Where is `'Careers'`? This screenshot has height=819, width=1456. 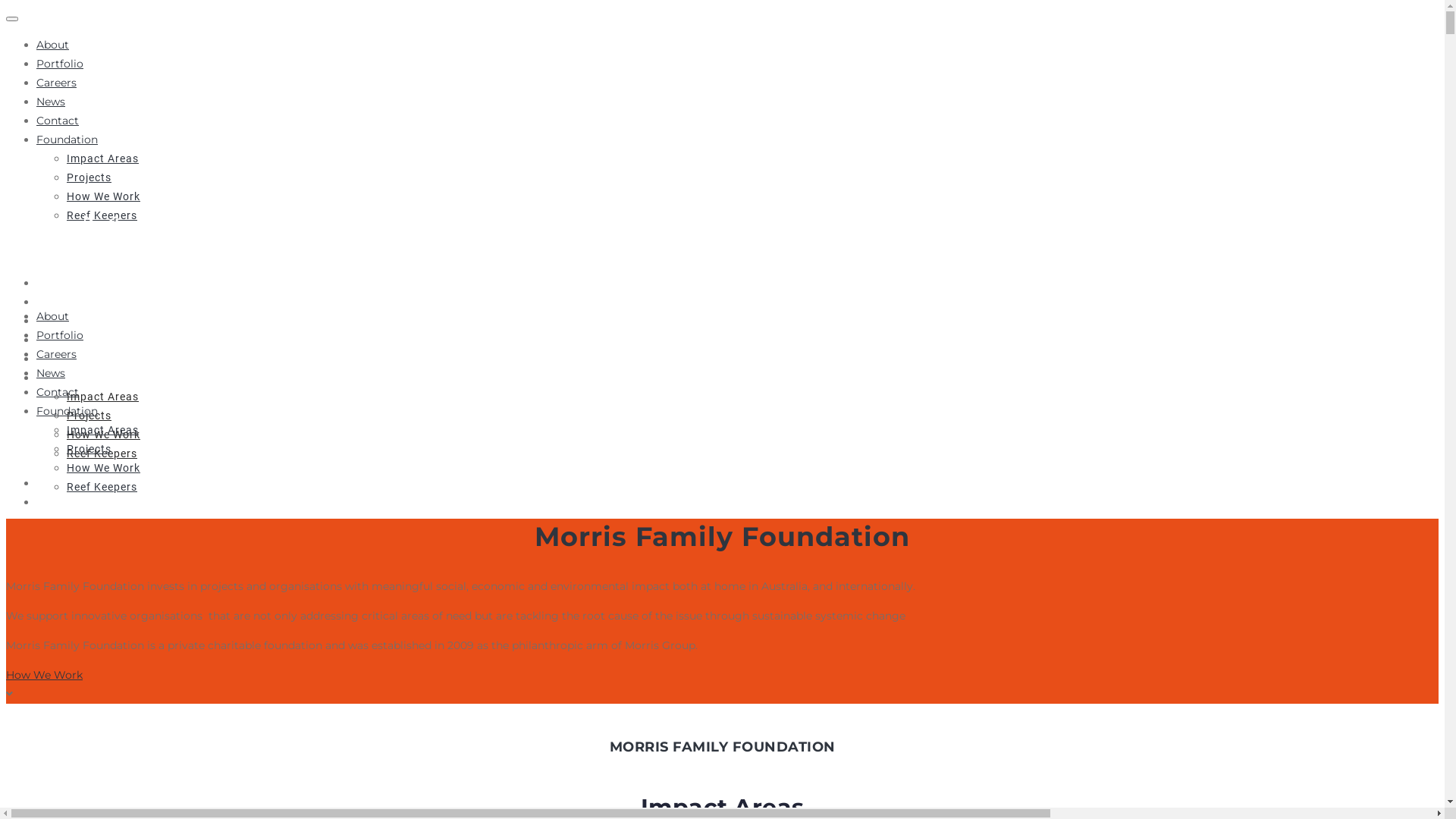
'Careers' is located at coordinates (56, 353).